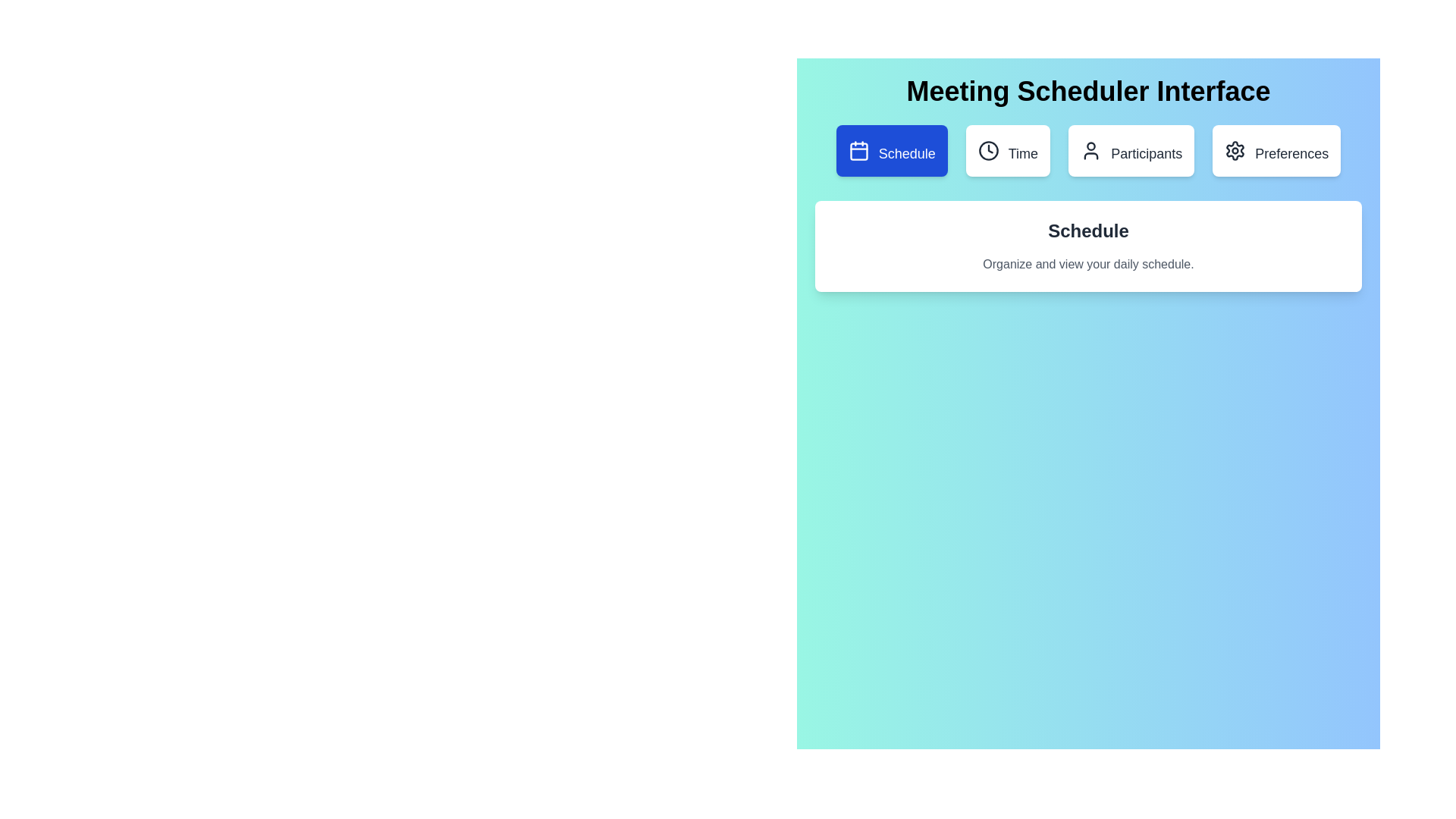 The image size is (1456, 819). I want to click on the person-shaped icon located within the 'Participants' button, which is the third button in a horizontal row of four buttons at the top of the interface, so click(1090, 151).